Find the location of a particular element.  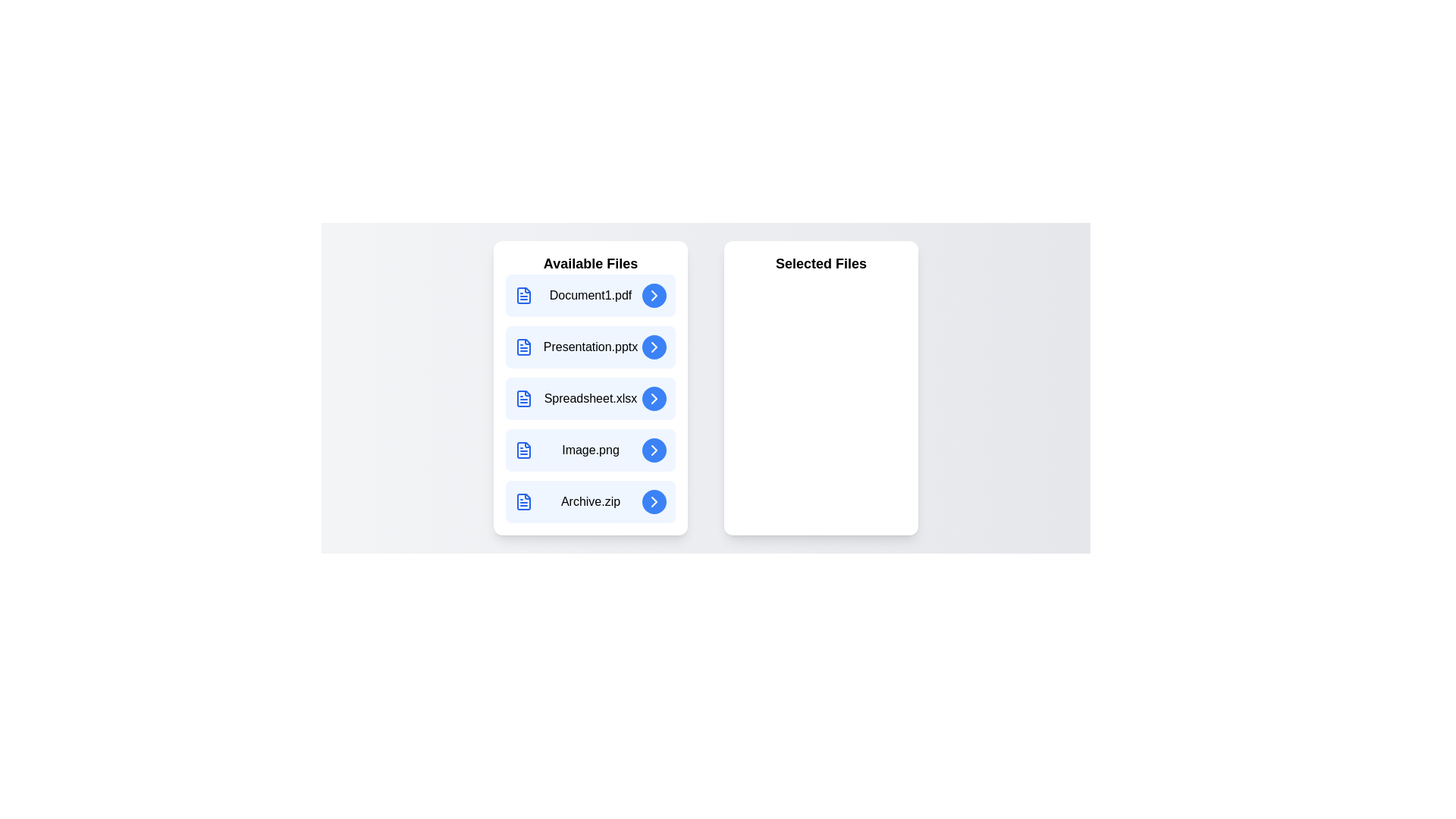

right arrow button next to the file Image.png in the 'Available Files' list to assign it to the 'Selected Files' list is located at coordinates (654, 450).